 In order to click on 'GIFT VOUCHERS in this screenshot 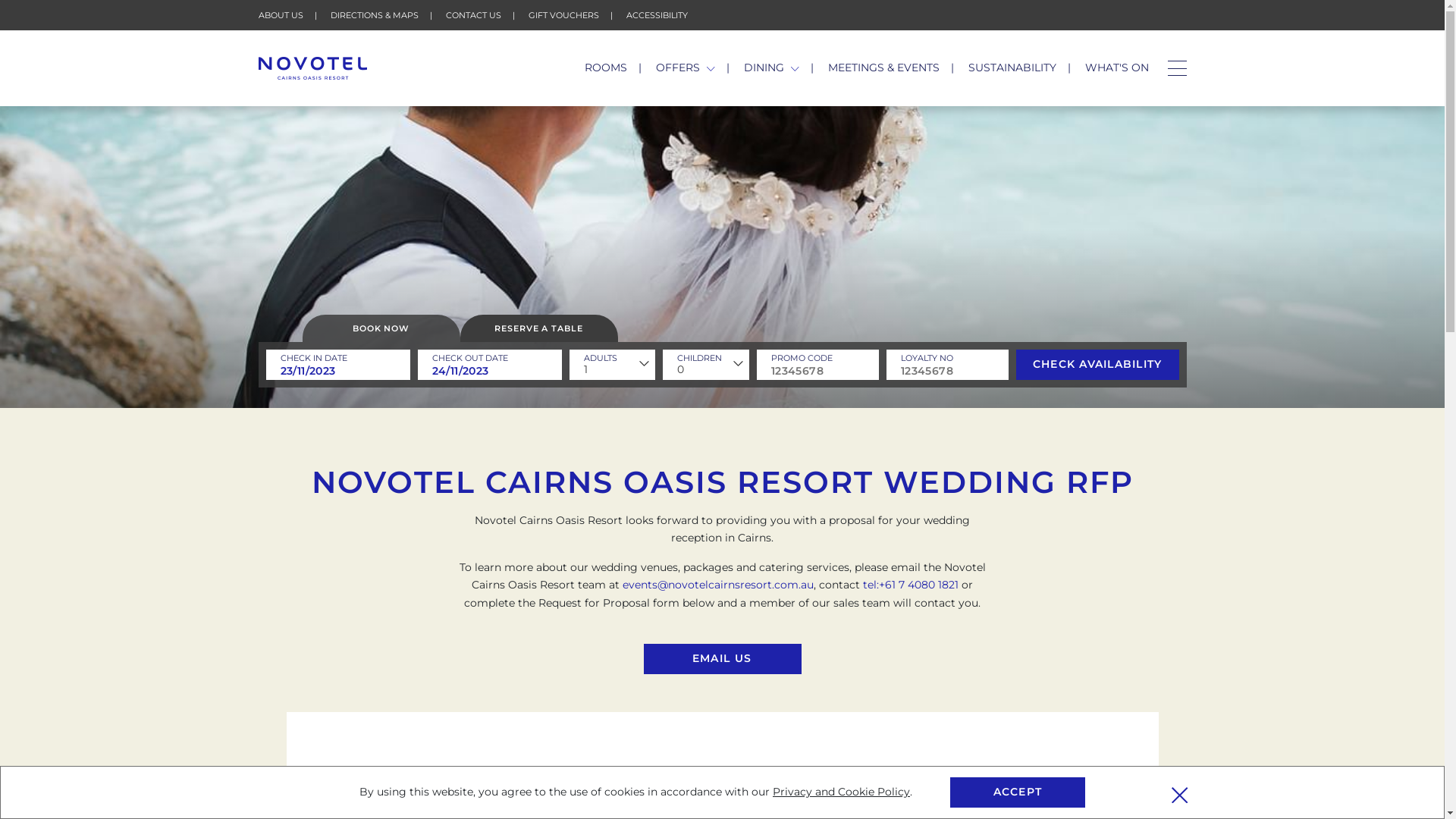, I will do `click(562, 14)`.